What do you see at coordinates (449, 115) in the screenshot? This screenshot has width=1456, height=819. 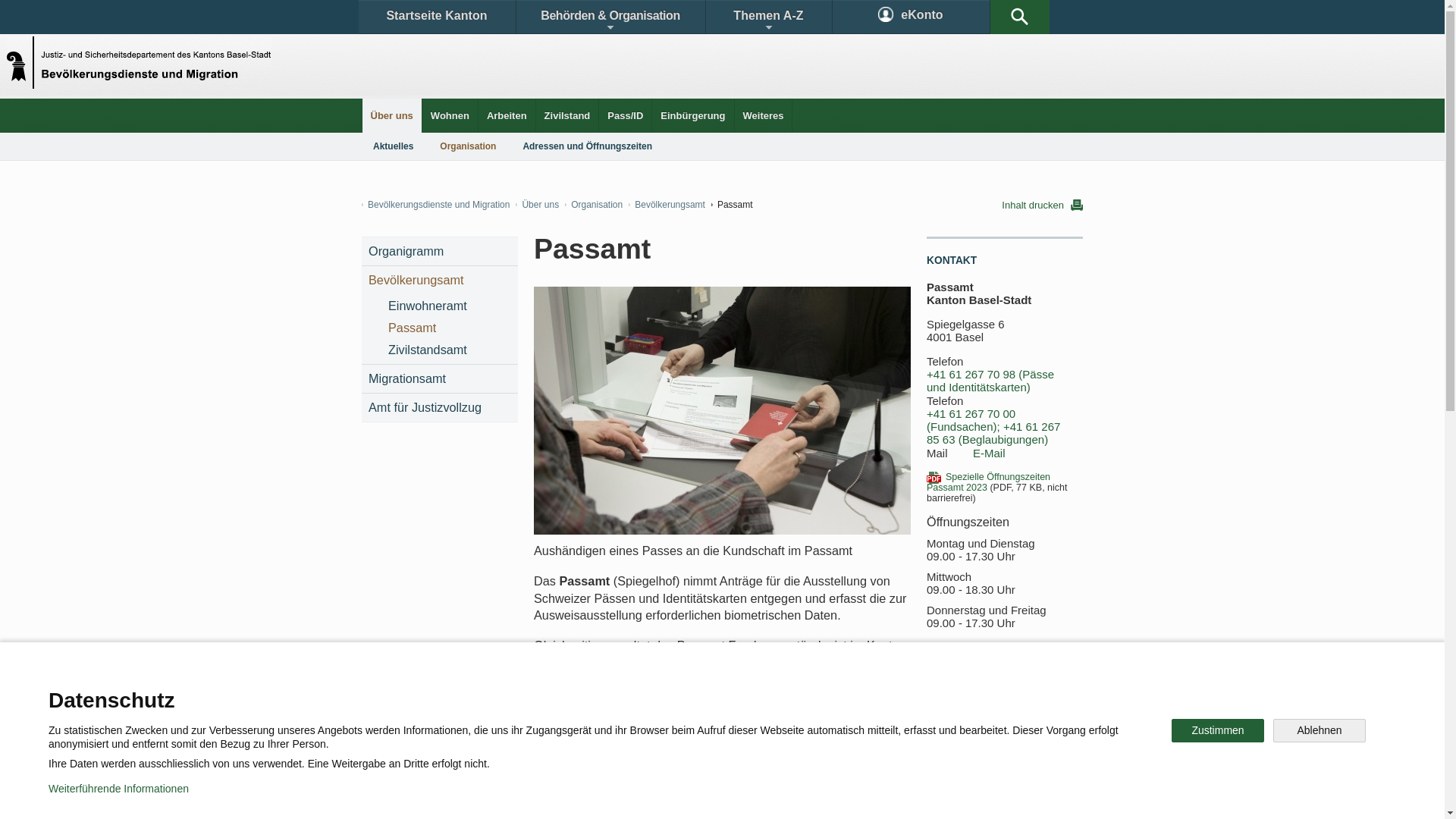 I see `'Wohnen'` at bounding box center [449, 115].